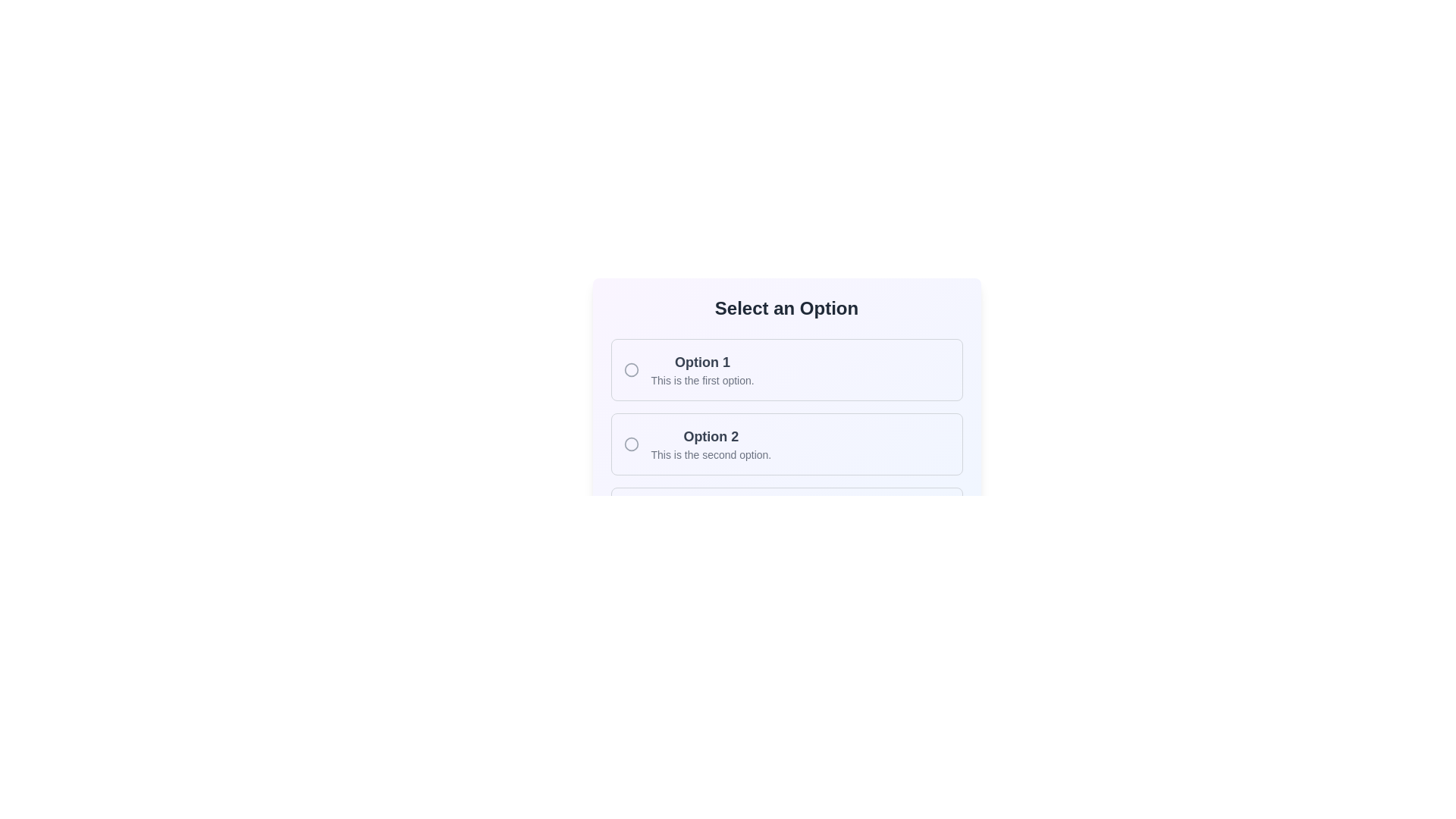 This screenshot has height=819, width=1456. What do you see at coordinates (710, 436) in the screenshot?
I see `the non-interactive text label that serves as the title for the second option in the list of selectable options` at bounding box center [710, 436].